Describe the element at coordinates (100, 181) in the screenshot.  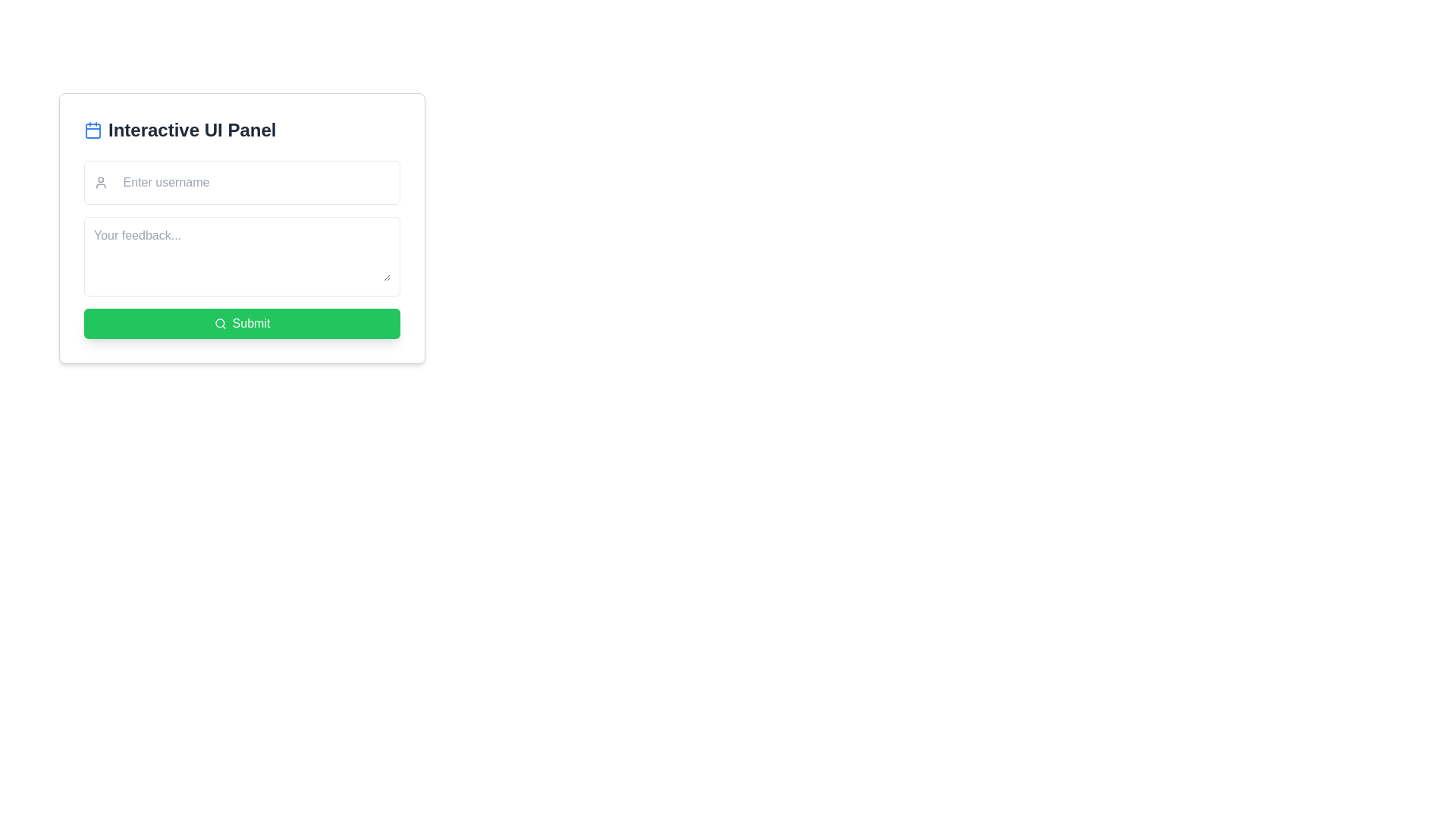
I see `the user figure icon, which is styled in gray and located to the left of the 'Enter username' text input field` at that location.